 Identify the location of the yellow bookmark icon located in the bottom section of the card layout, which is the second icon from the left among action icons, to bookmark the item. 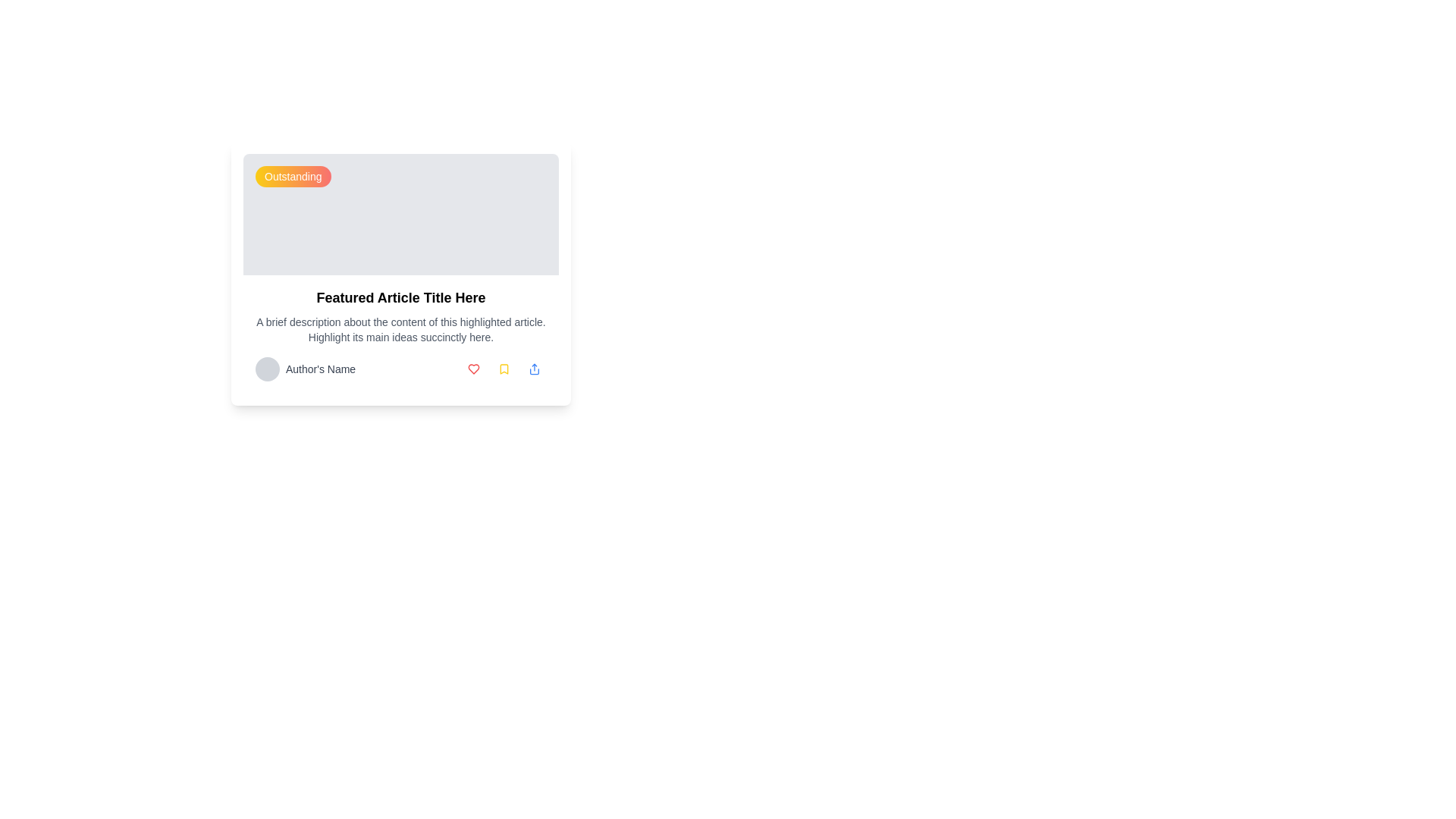
(504, 369).